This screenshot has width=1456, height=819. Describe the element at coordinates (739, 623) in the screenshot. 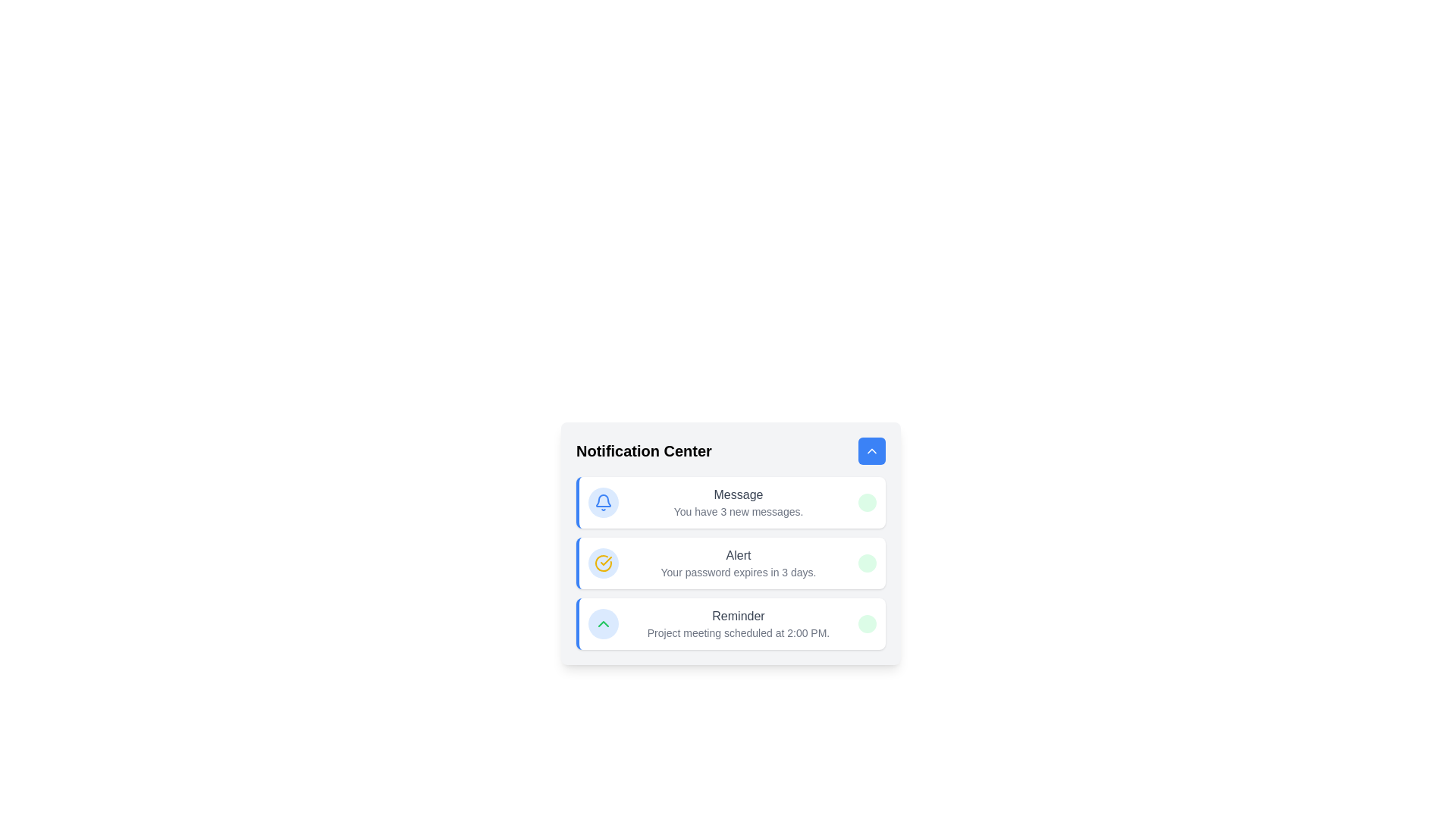

I see `text content of the 'Reminder' label which displays the message 'Project meeting scheduled at 2:00 PM.'` at that location.